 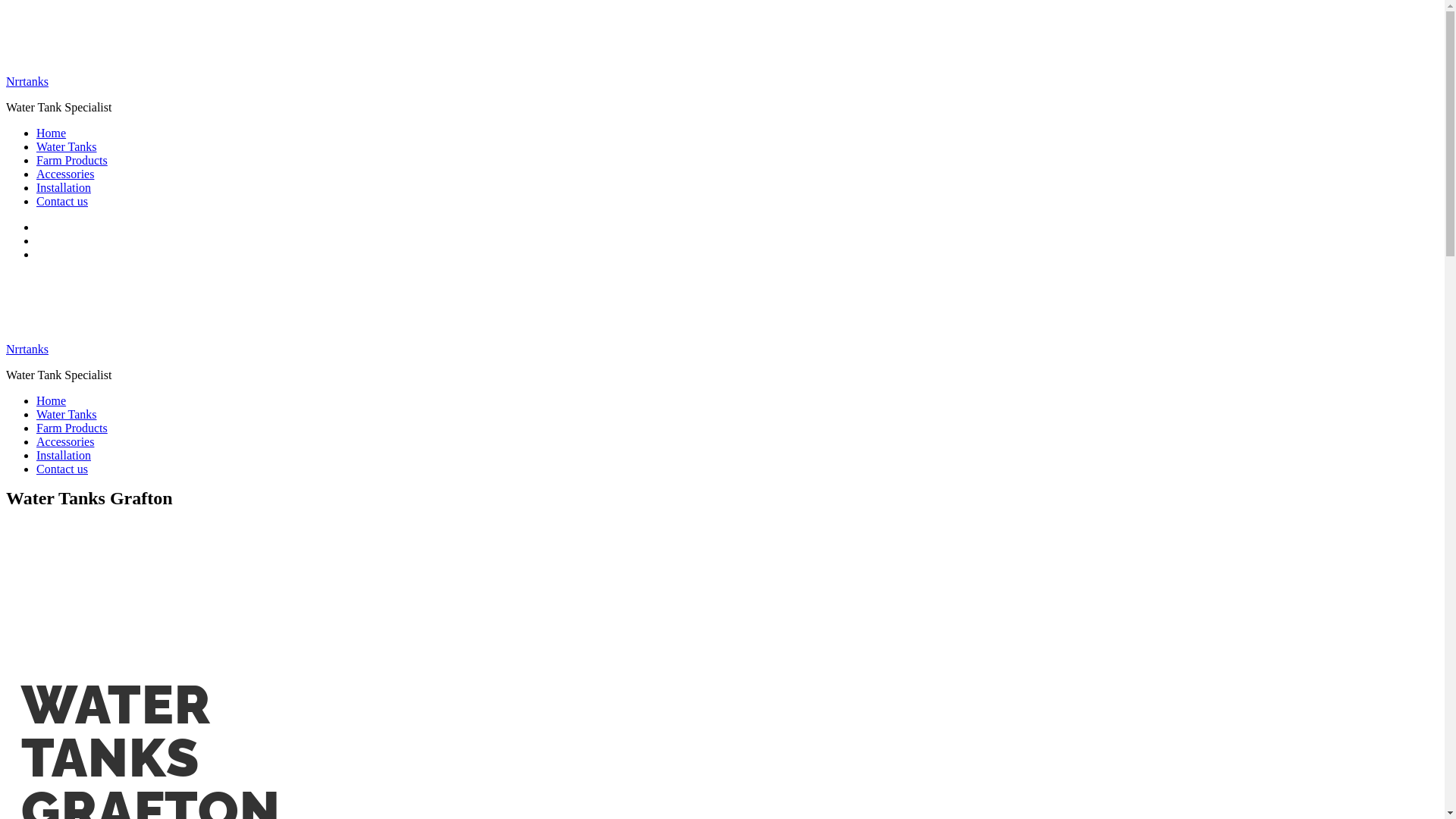 I want to click on 'Farm Products', so click(x=71, y=160).